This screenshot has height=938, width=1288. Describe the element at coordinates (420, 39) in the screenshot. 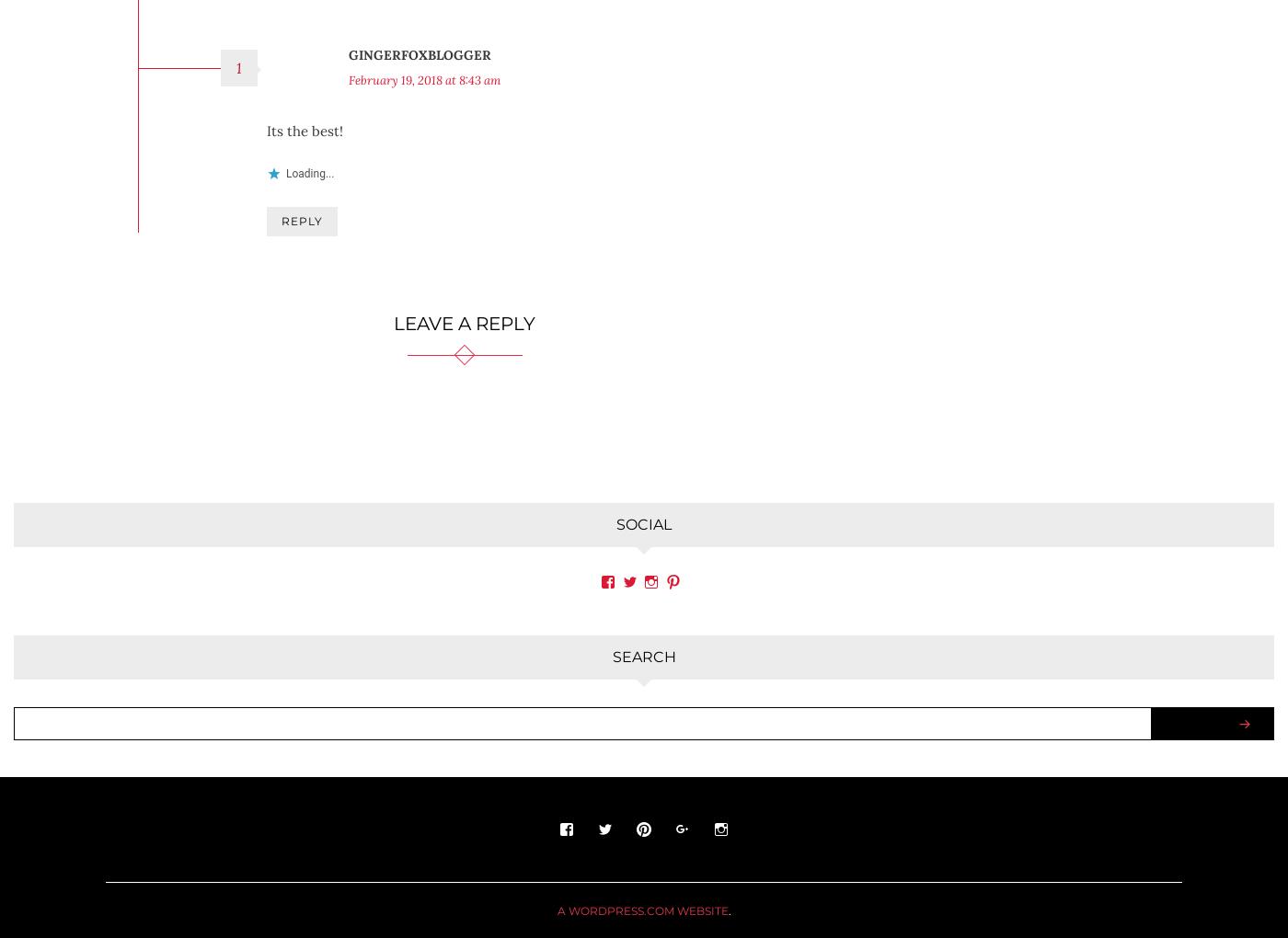

I see `'gingerfoxblogger'` at that location.